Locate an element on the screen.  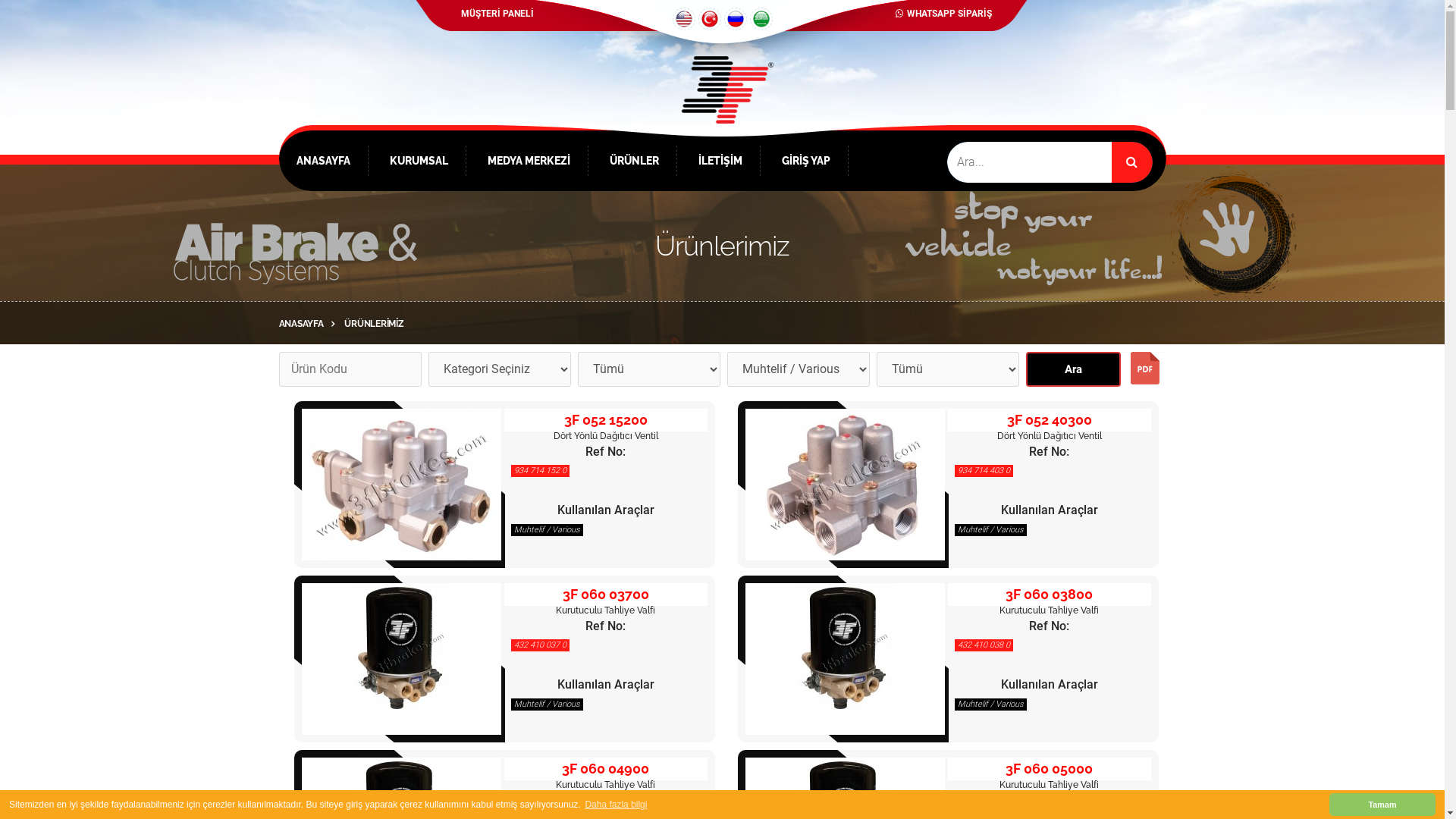
'3F 060 03800' is located at coordinates (1048, 593).